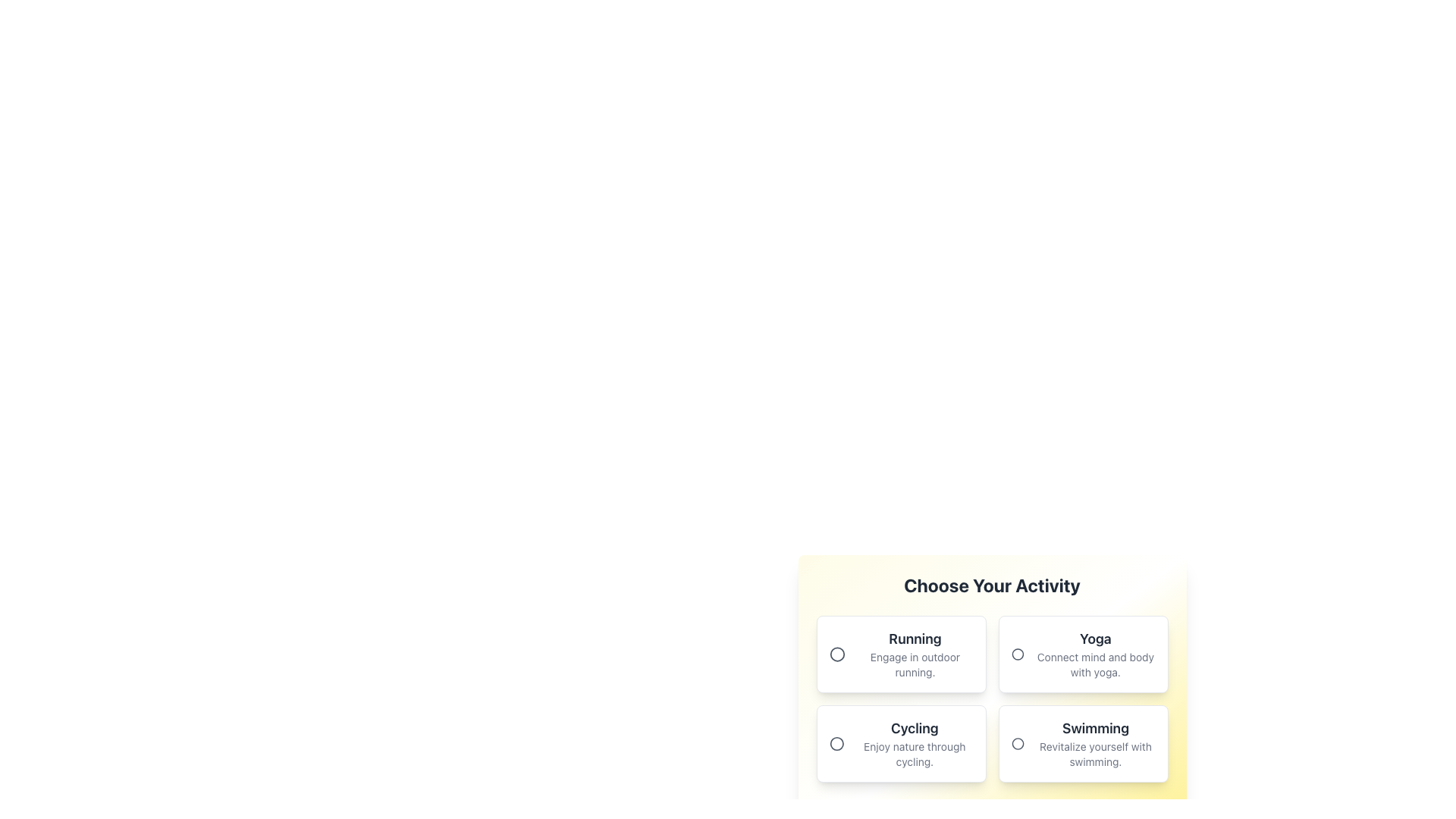  Describe the element at coordinates (914, 755) in the screenshot. I see `the descriptive text label located beneath the title 'Cycling' within the 'Cycling' card, which highlights the benefits of the cycling activity option` at that location.